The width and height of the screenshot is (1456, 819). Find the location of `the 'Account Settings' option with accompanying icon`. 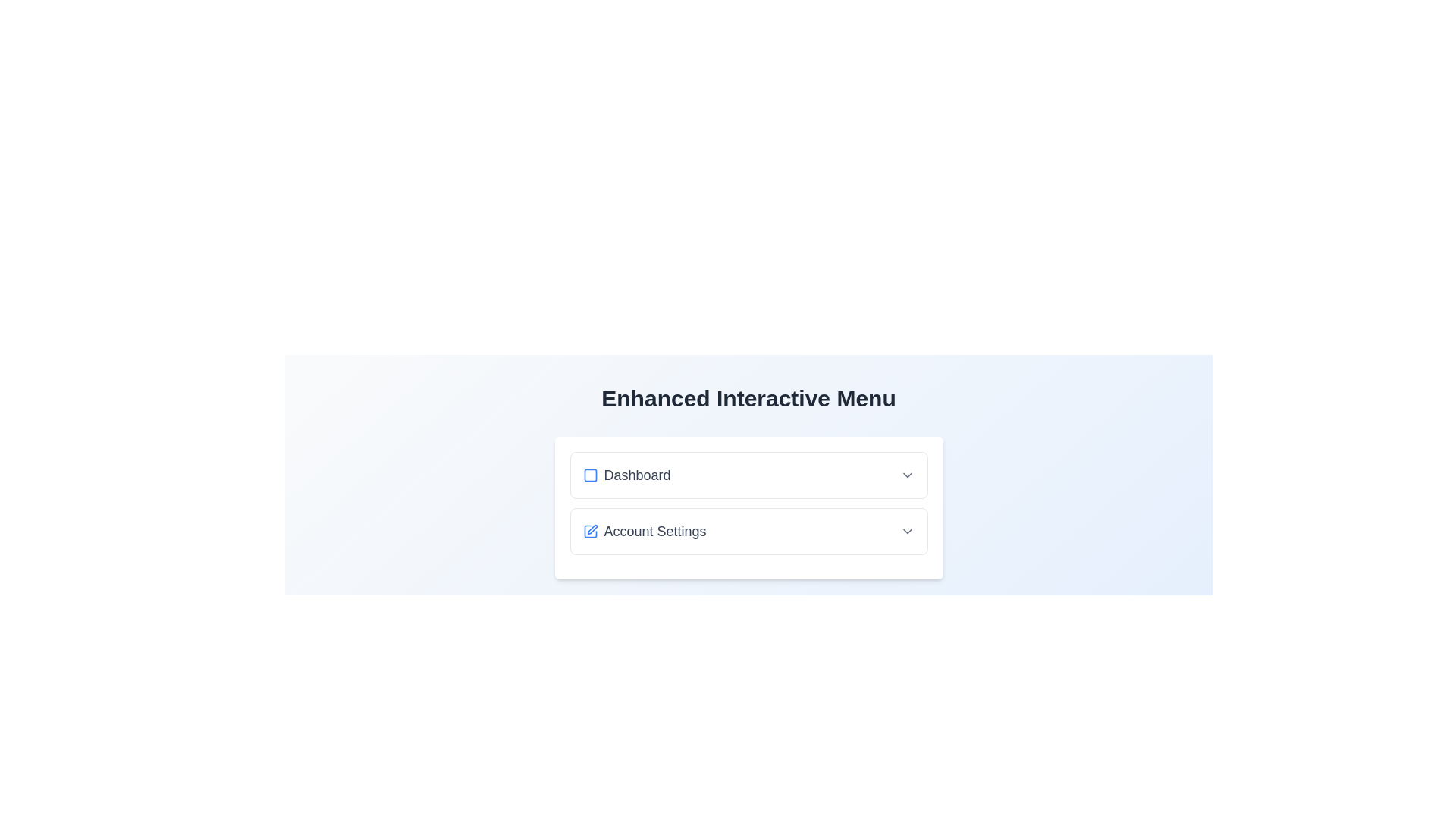

the 'Account Settings' option with accompanying icon is located at coordinates (644, 531).